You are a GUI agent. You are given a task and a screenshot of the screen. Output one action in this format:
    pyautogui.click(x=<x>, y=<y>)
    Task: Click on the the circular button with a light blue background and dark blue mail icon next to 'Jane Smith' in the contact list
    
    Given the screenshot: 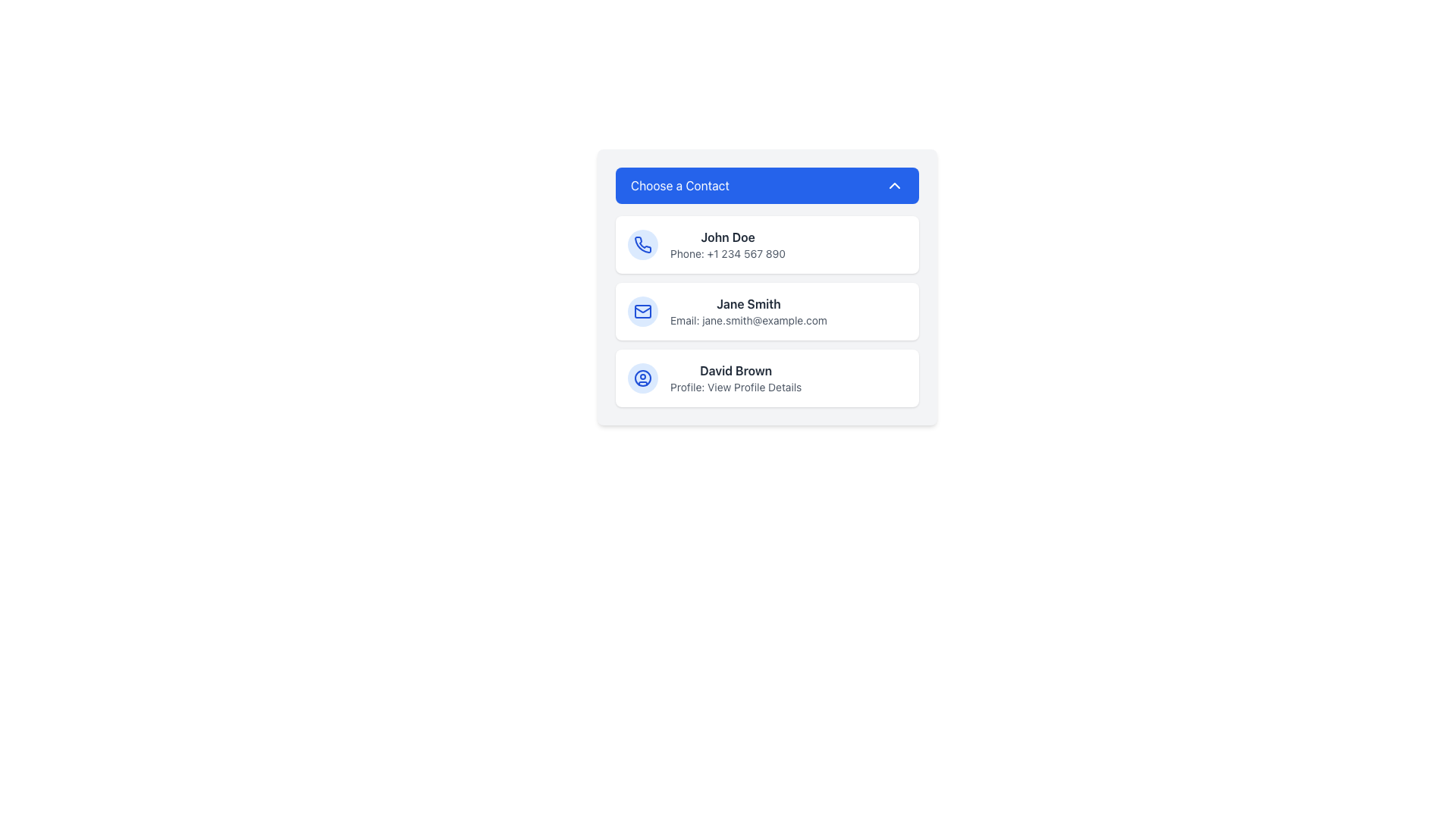 What is the action you would take?
    pyautogui.click(x=643, y=311)
    